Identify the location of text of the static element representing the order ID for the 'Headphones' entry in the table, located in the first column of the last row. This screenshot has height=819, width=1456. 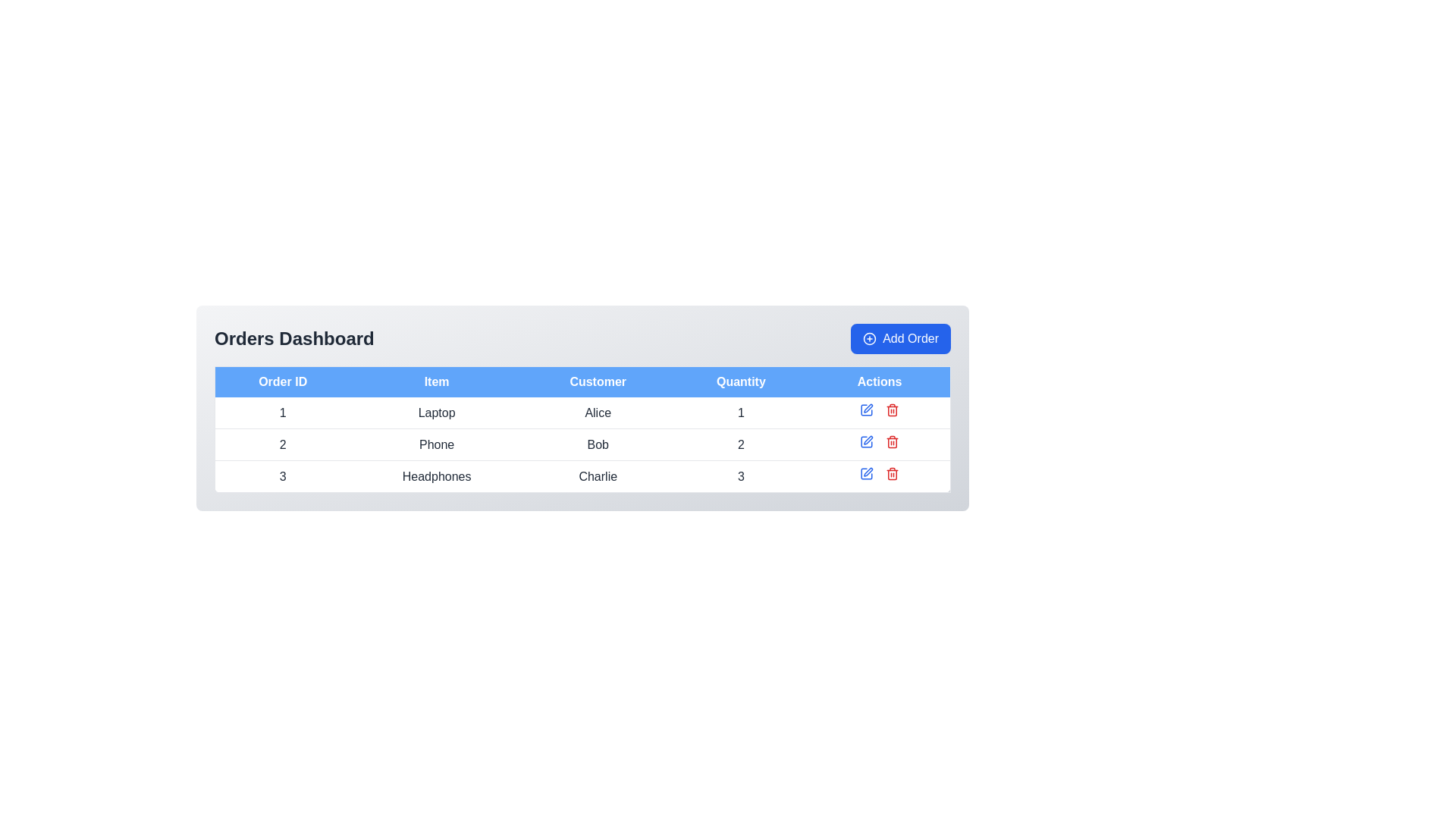
(282, 475).